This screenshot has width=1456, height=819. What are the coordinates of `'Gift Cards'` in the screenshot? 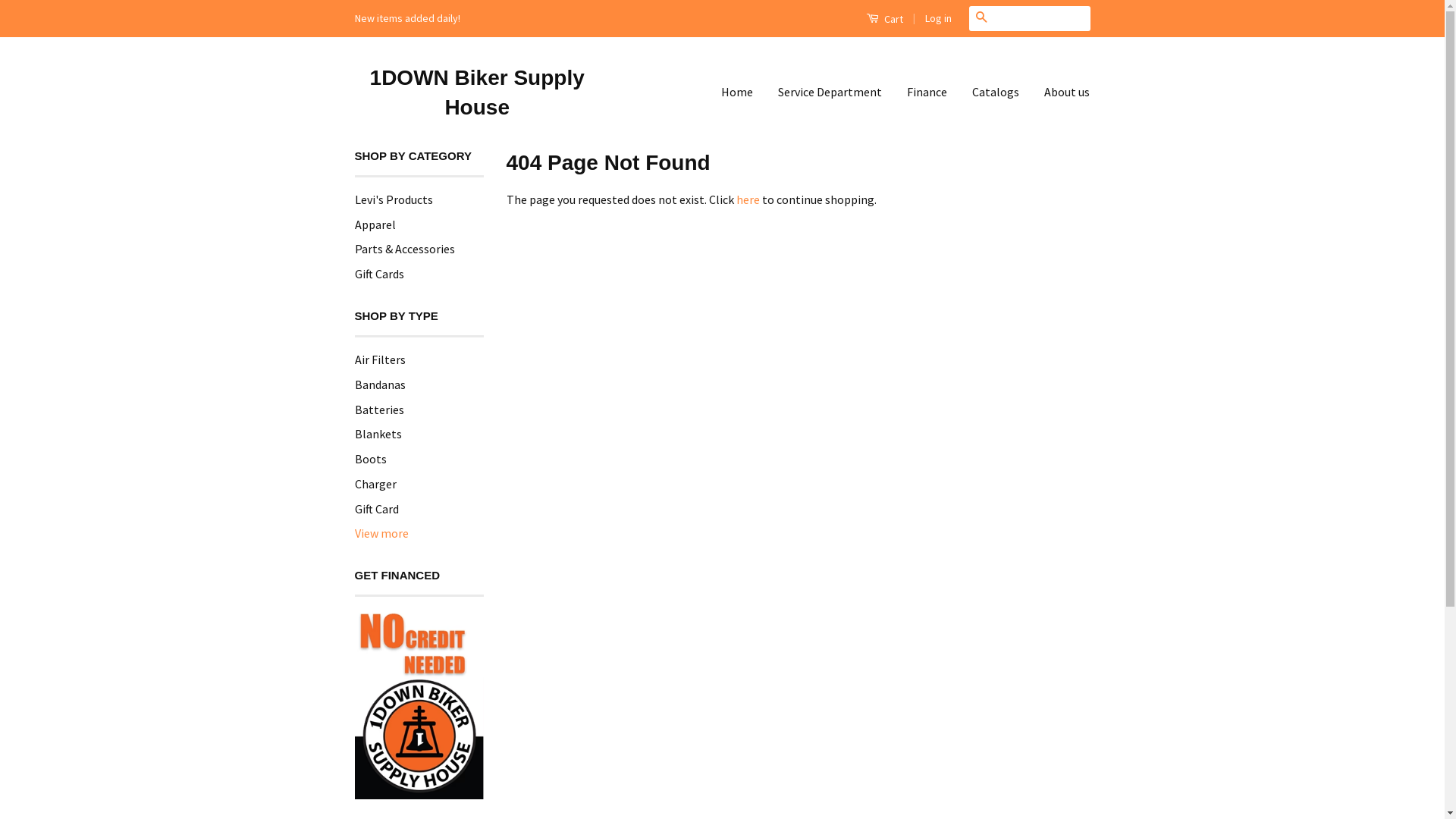 It's located at (379, 274).